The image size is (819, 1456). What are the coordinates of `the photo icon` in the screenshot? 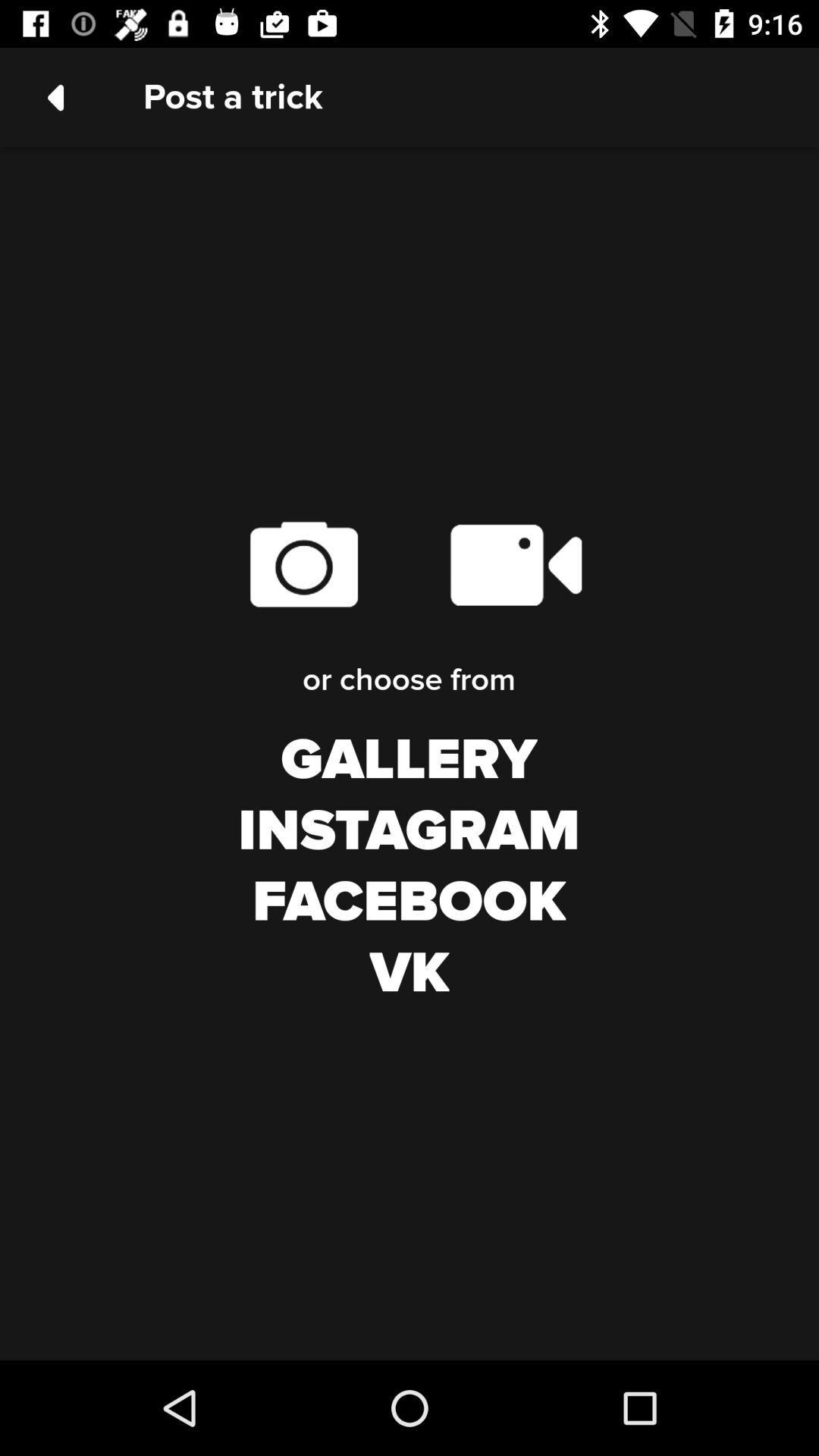 It's located at (303, 563).